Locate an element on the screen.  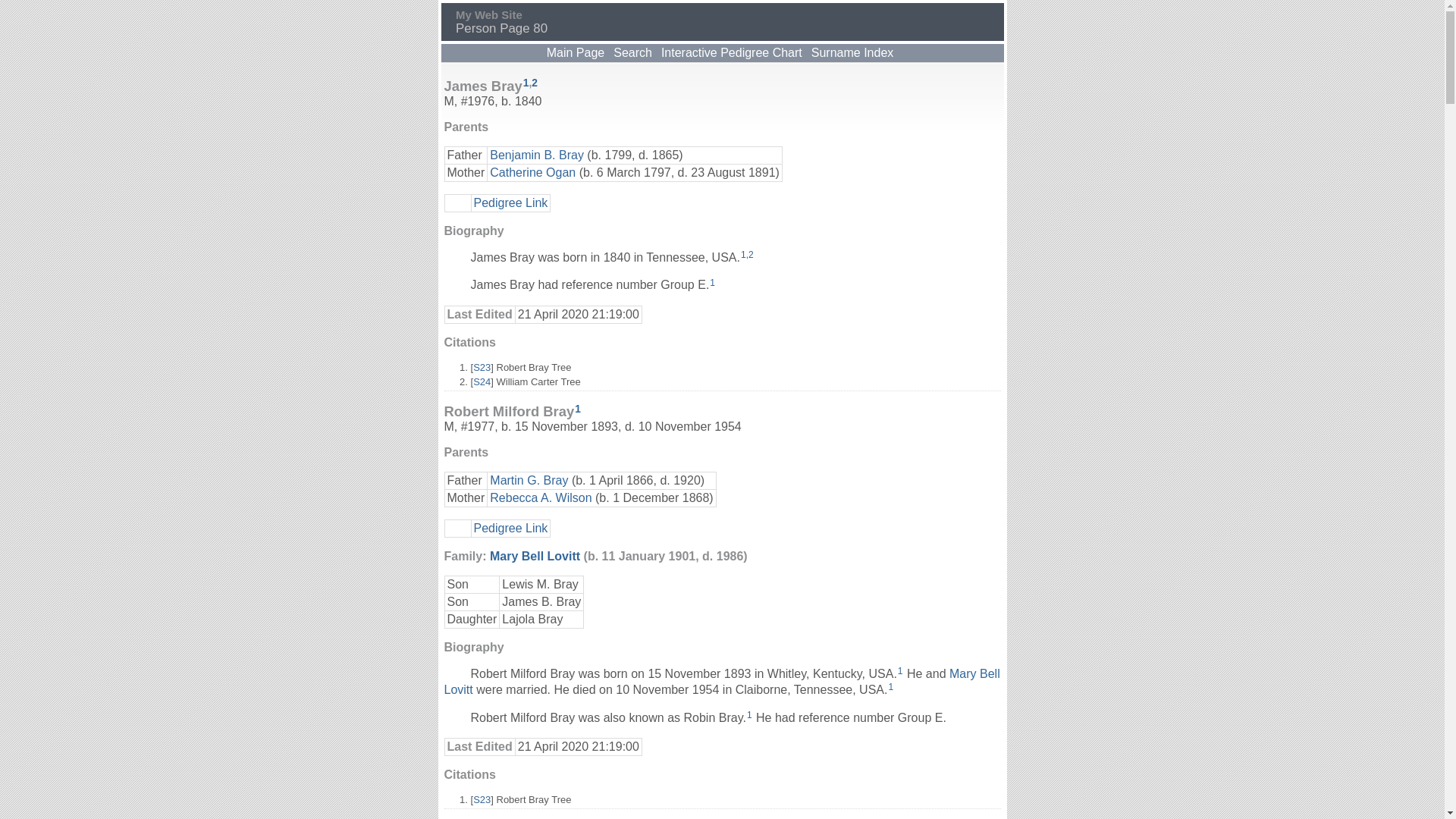
'Pedigree Link' is located at coordinates (510, 201).